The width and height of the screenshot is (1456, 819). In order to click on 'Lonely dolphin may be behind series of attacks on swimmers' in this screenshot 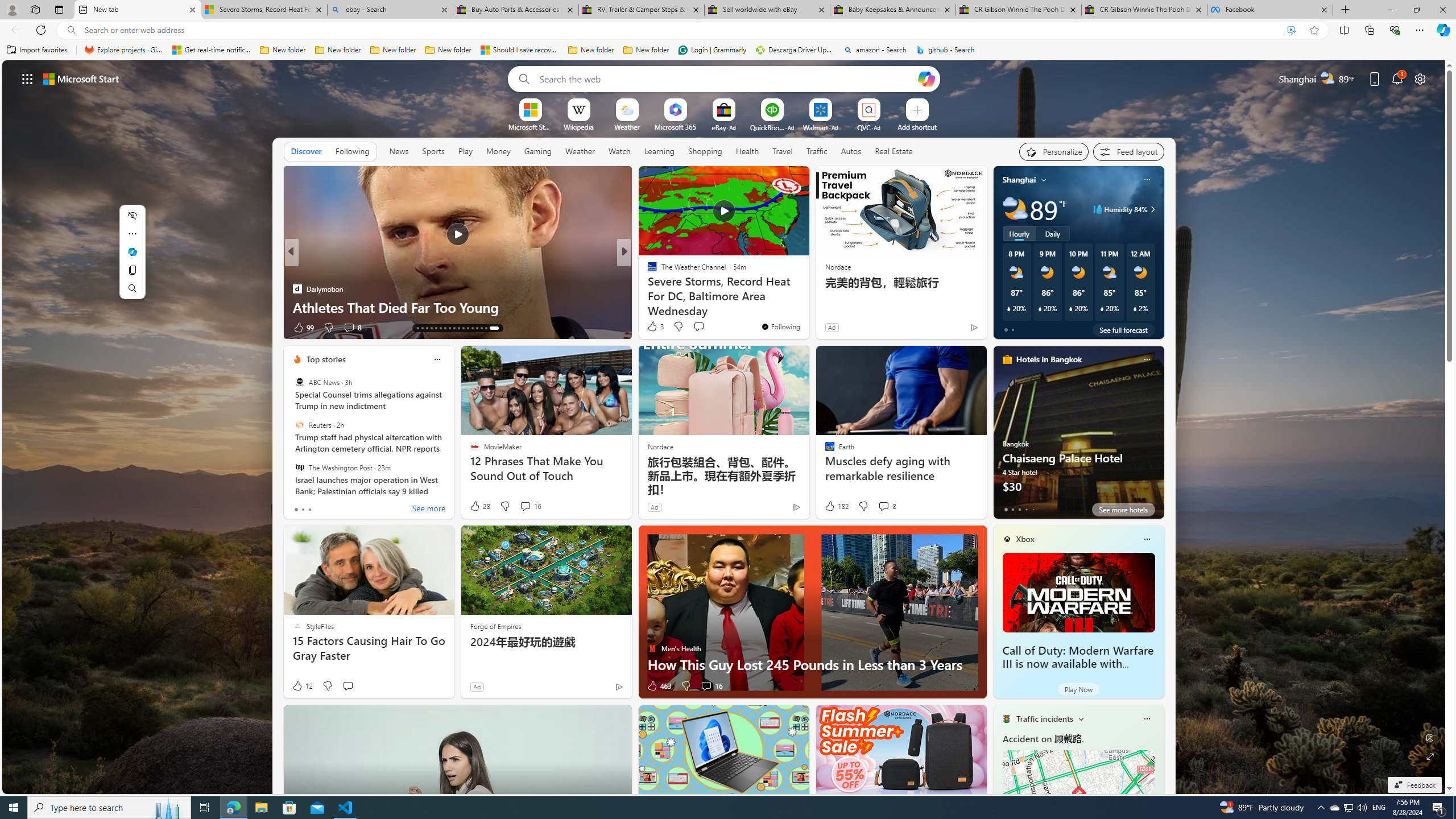, I will do `click(806, 298)`.